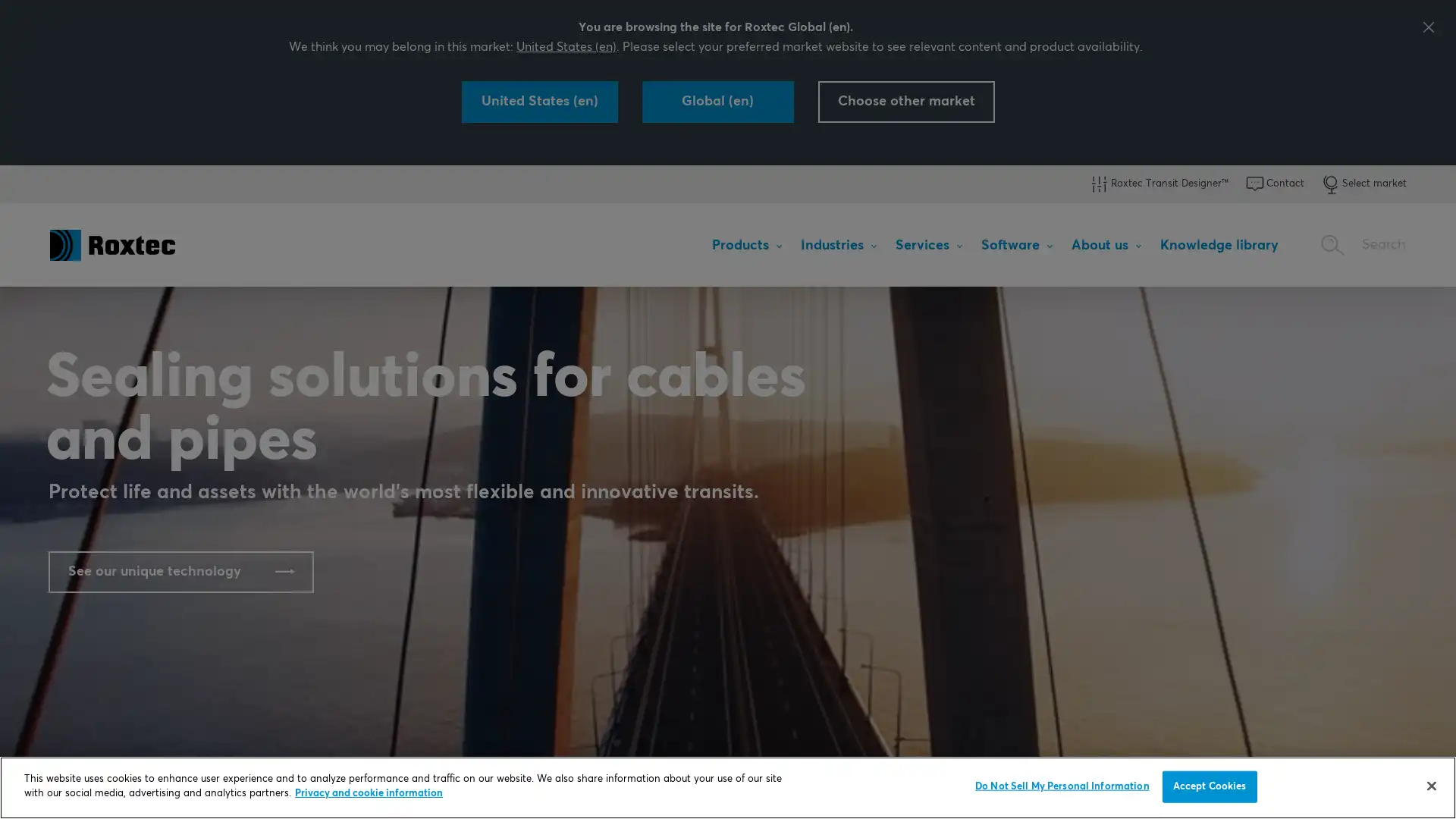  I want to click on Close, so click(1430, 785).